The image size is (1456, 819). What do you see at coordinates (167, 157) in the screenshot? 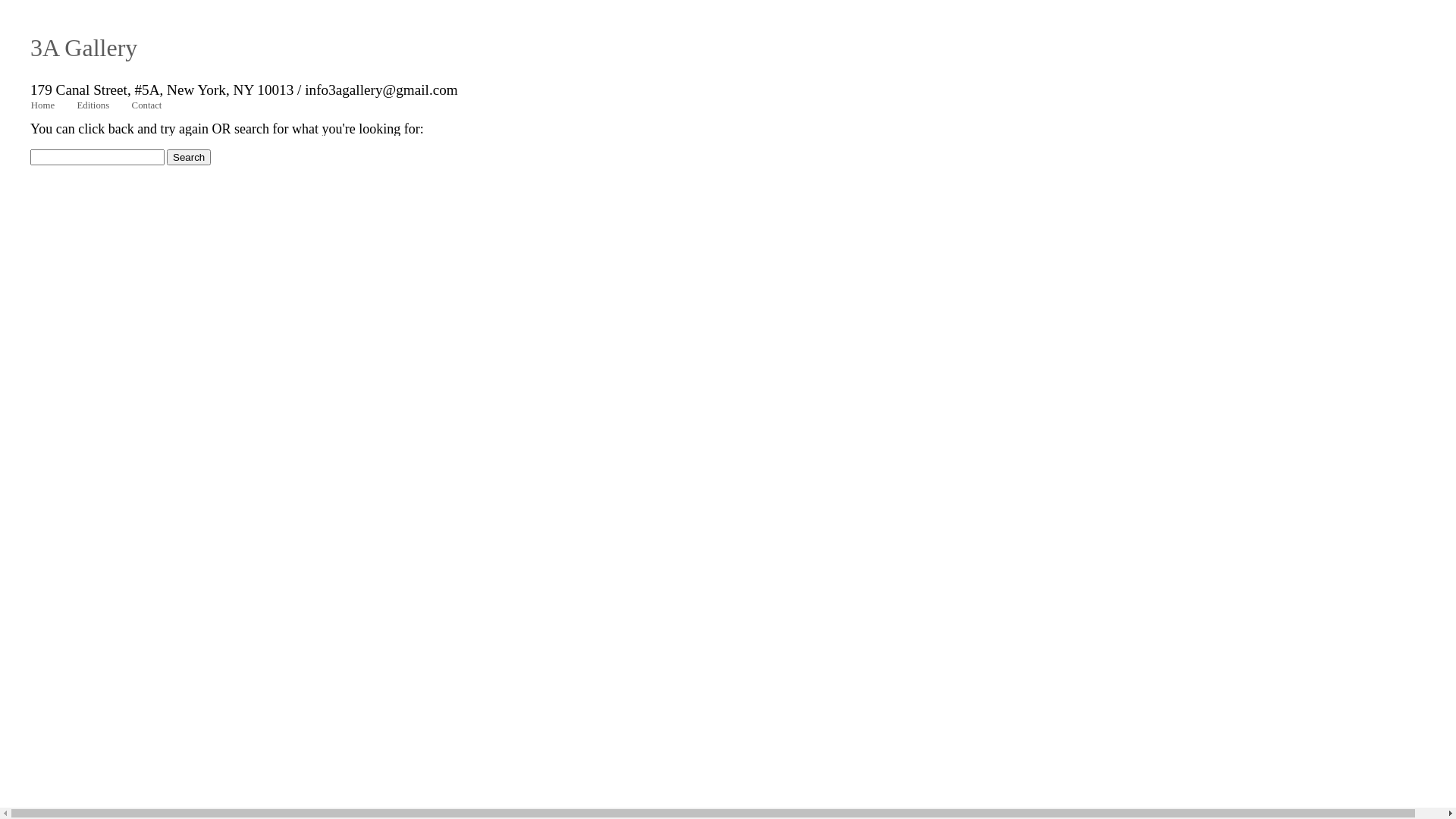
I see `'Search'` at bounding box center [167, 157].